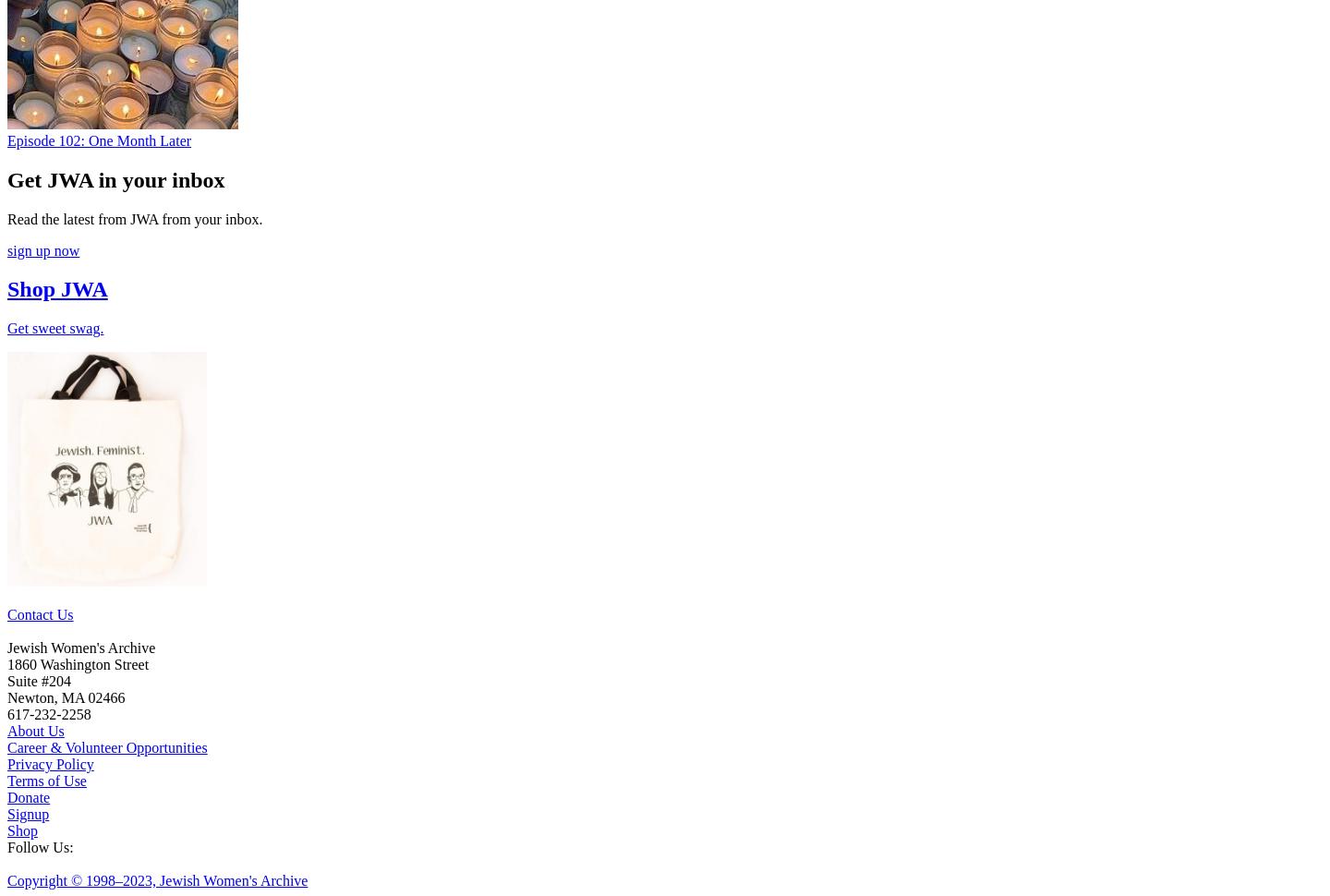  What do you see at coordinates (6, 847) in the screenshot?
I see `'Follow Us:'` at bounding box center [6, 847].